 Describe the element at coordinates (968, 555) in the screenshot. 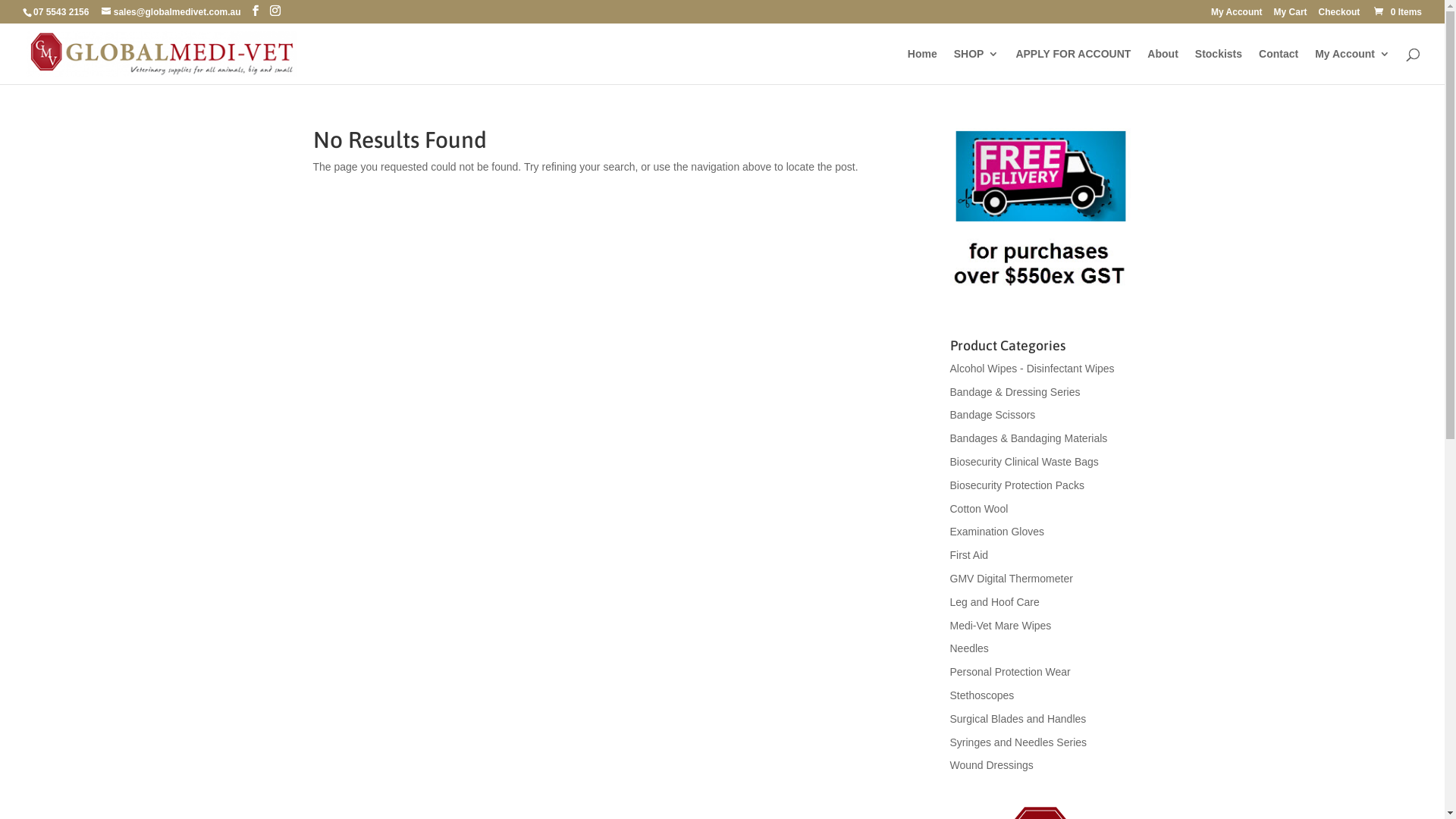

I see `'First Aid'` at that location.